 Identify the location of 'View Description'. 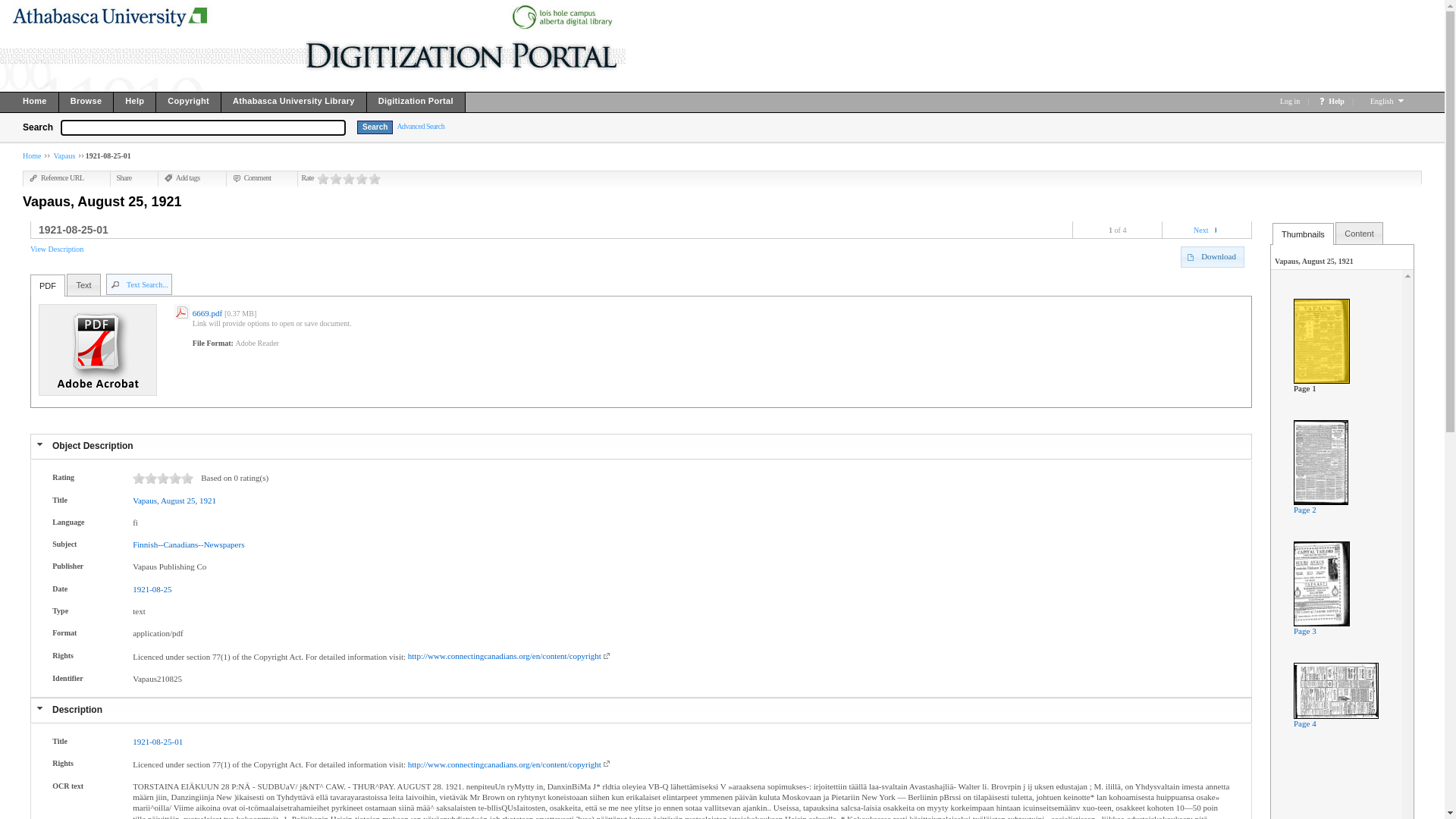
(57, 248).